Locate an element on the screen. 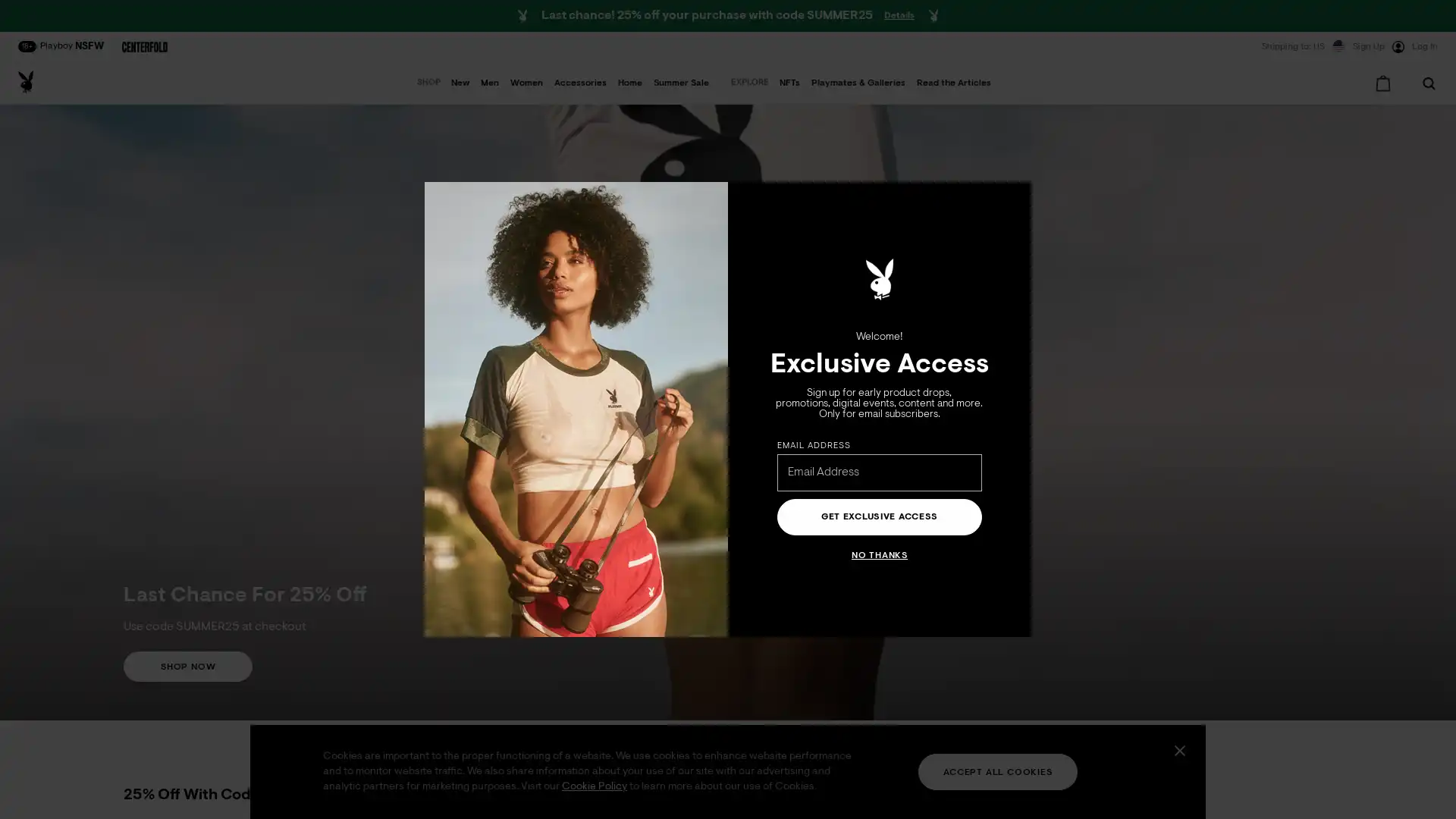 This screenshot has width=1456, height=819. NO THANKS is located at coordinates (879, 555).